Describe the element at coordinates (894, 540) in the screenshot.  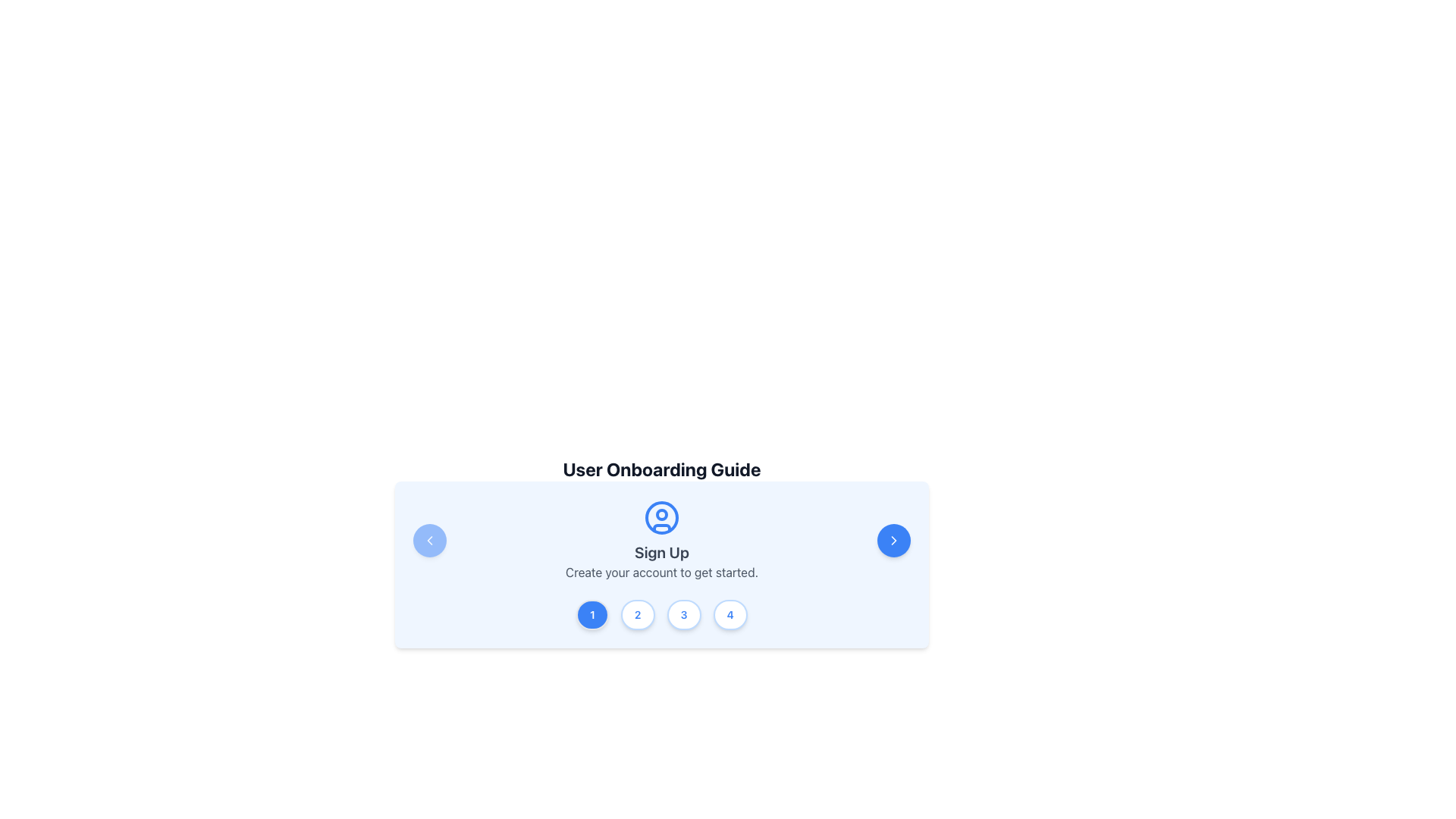
I see `the right-chevron icon with a thin outline positioned within a circular blue background for additional information` at that location.